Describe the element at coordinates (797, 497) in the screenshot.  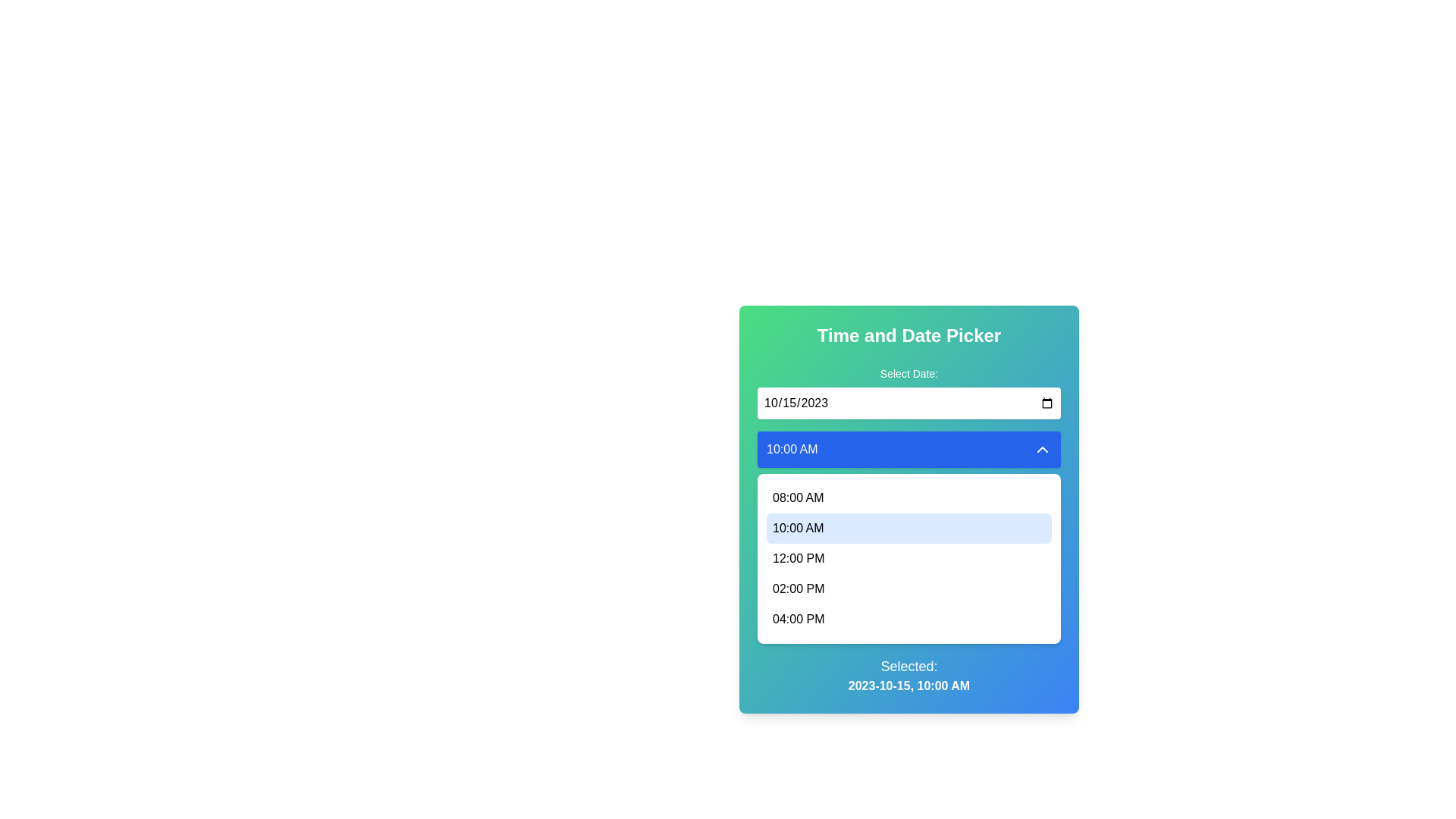
I see `the first option '08:00 AM' in the dropdown time picker` at that location.